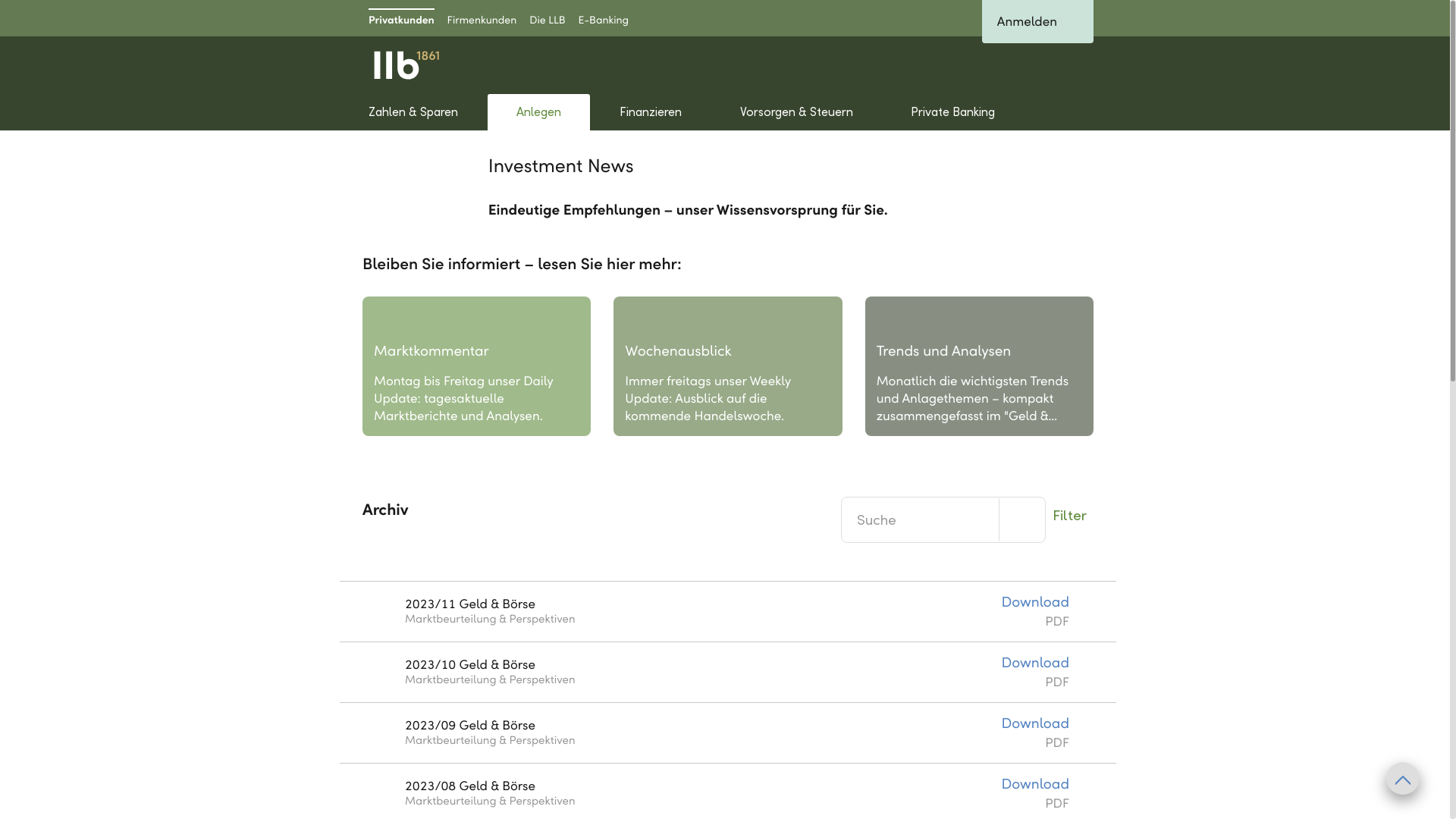 The image size is (1456, 819). What do you see at coordinates (881, 111) in the screenshot?
I see `'Private Banking'` at bounding box center [881, 111].